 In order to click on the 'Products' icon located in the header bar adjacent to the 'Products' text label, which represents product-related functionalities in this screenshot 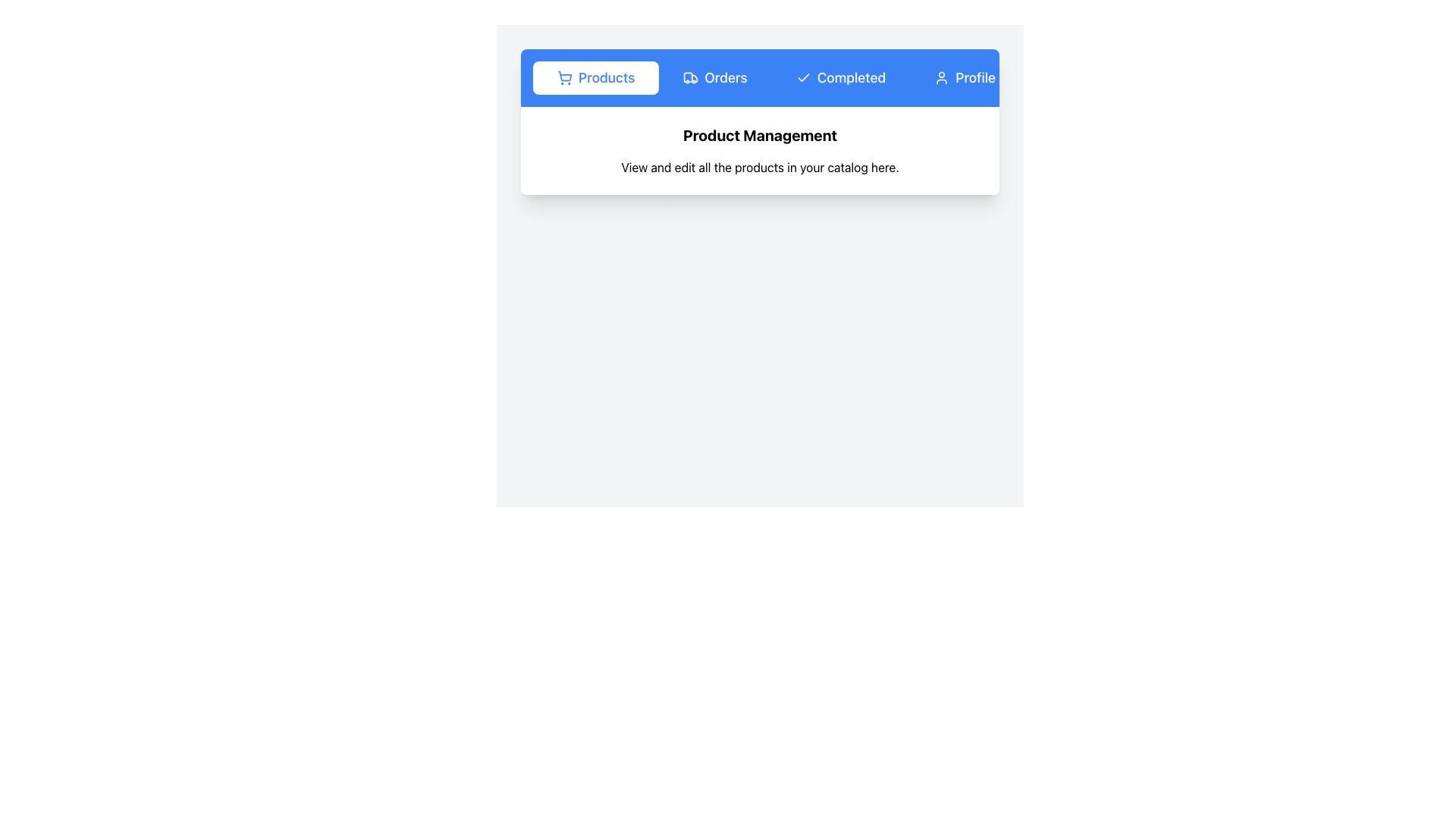, I will do `click(563, 78)`.